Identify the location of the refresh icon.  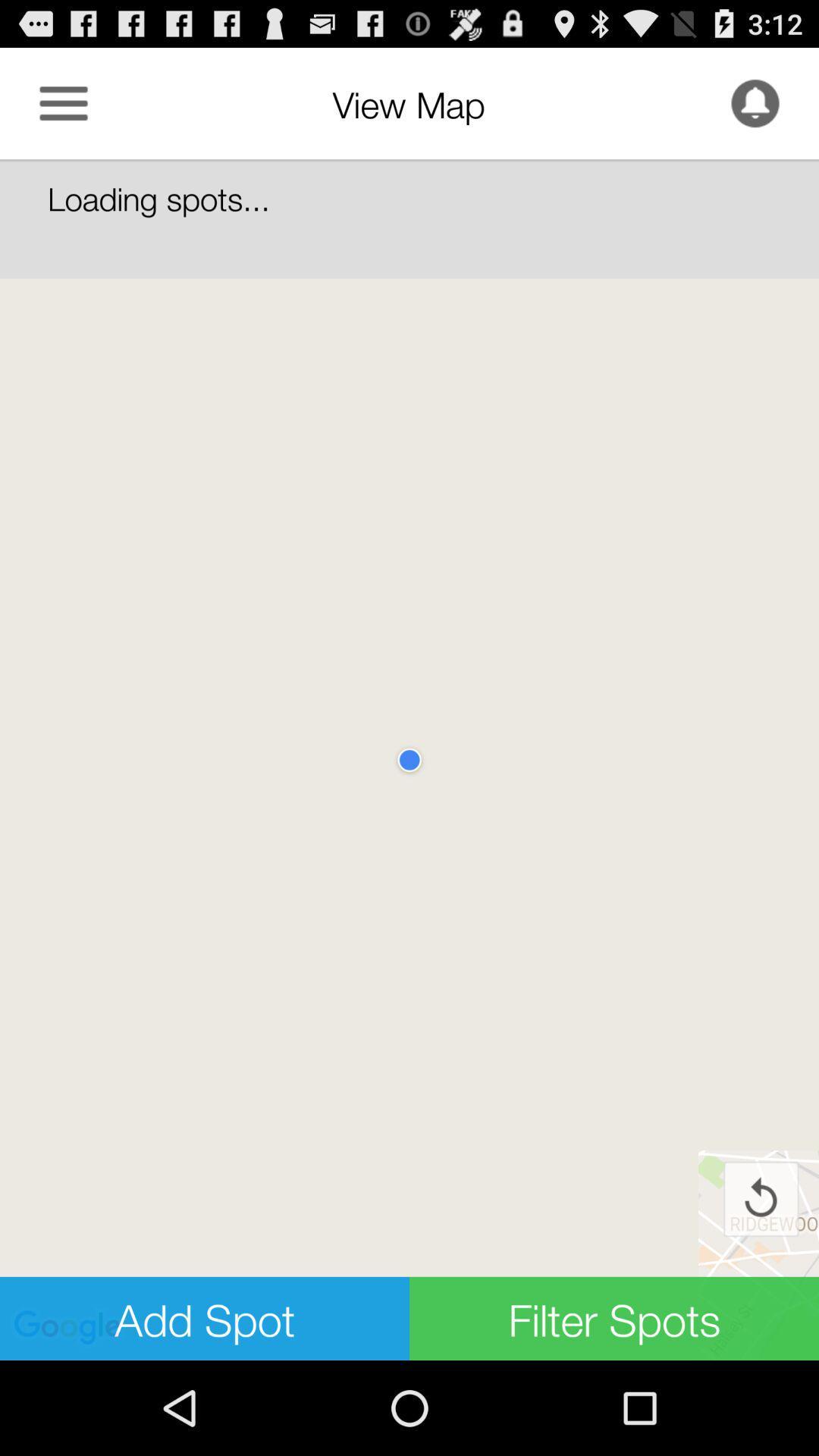
(761, 1282).